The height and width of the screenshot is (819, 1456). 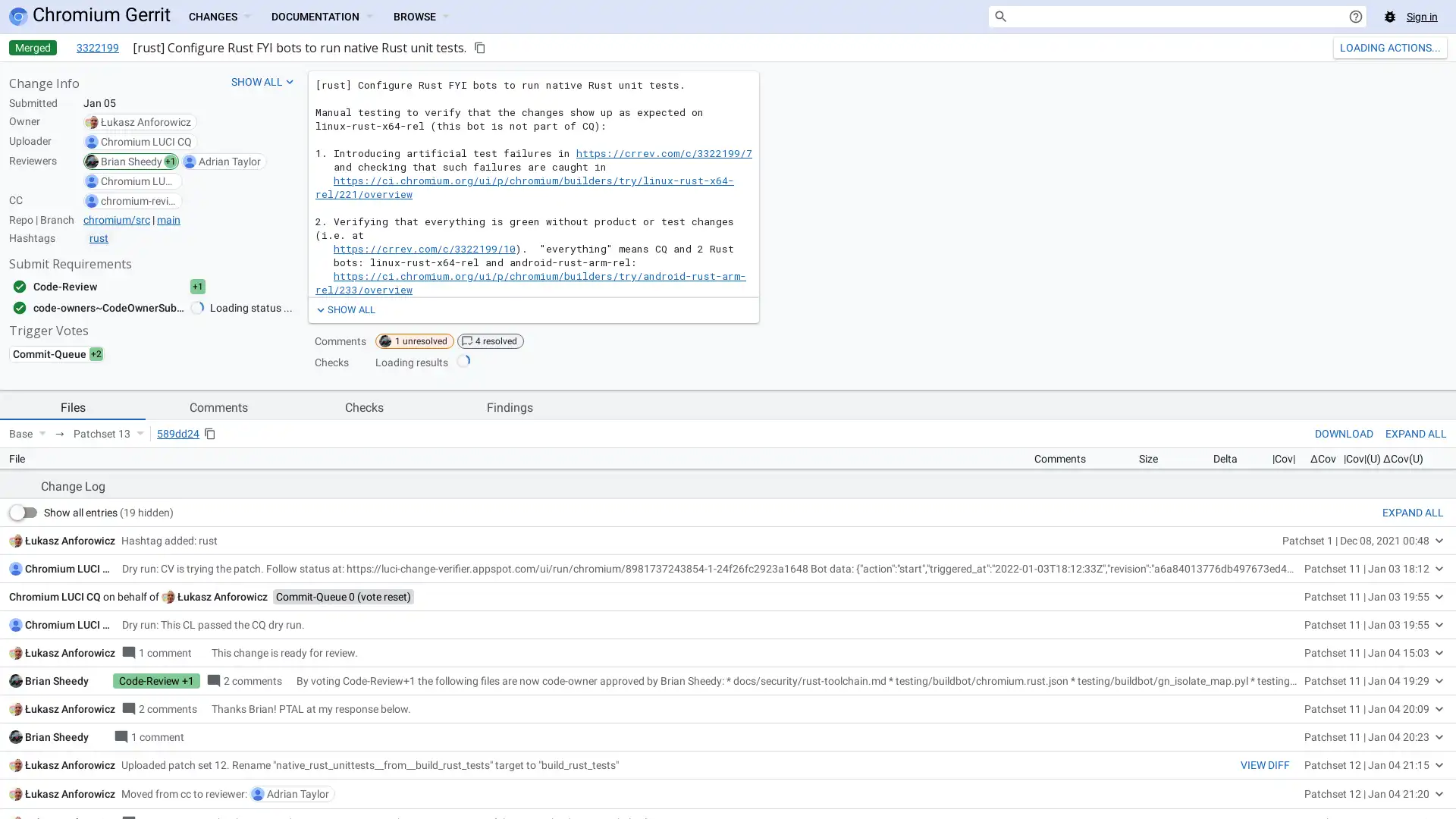 I want to click on DOWNLOAD, so click(x=1344, y=433).